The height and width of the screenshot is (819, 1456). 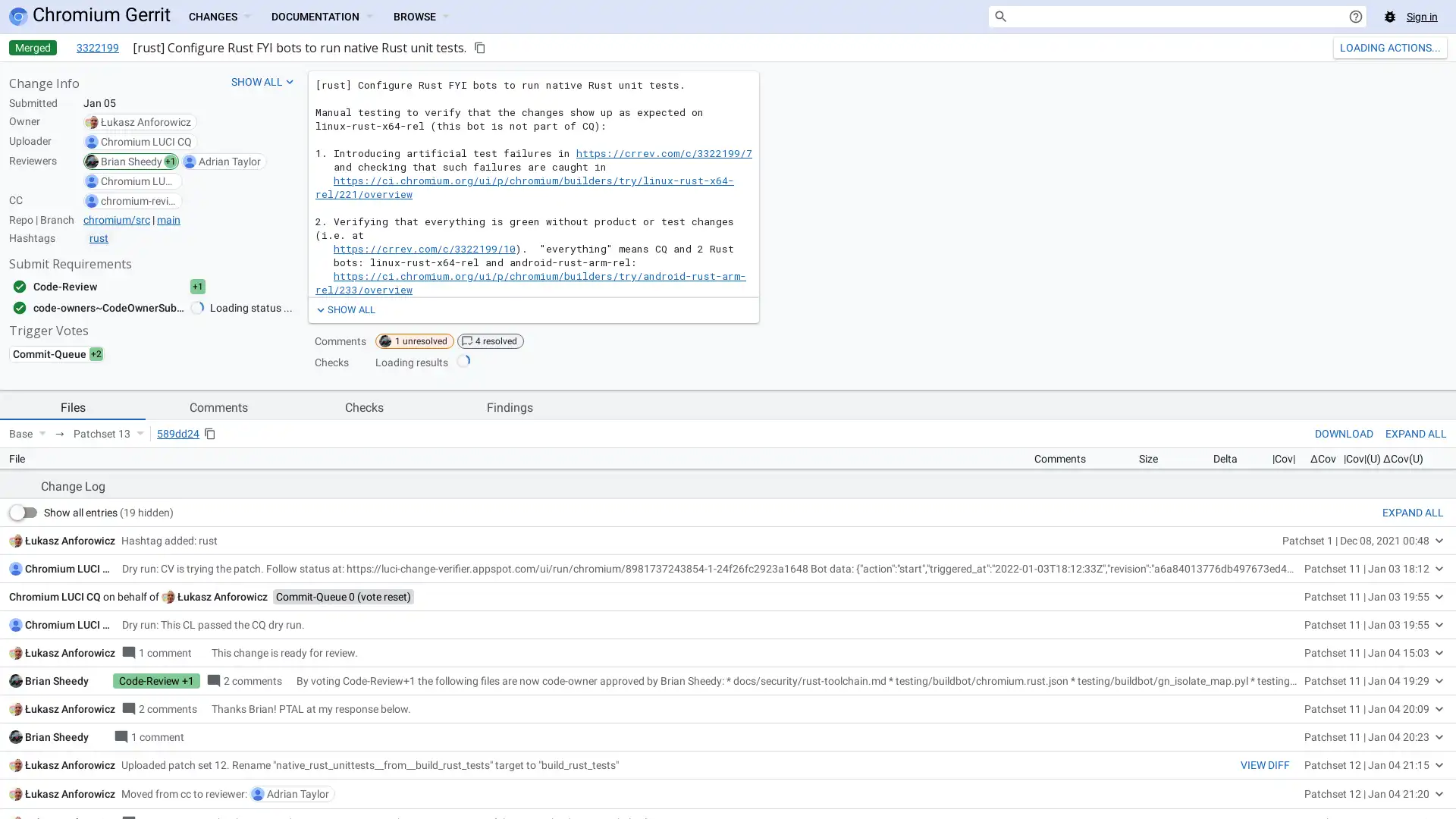 I want to click on DOWNLOAD, so click(x=1344, y=433).